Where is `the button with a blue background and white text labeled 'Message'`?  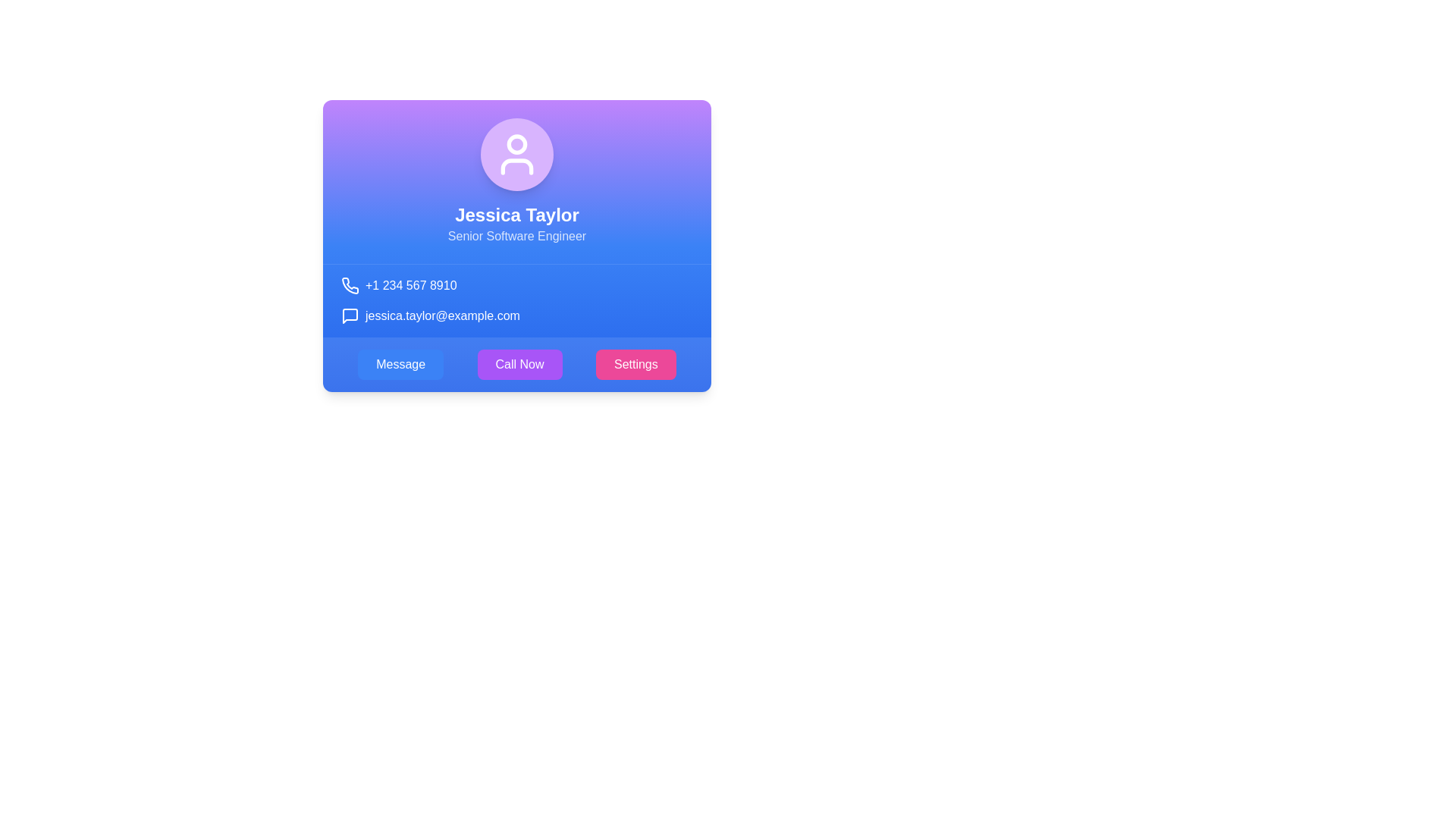 the button with a blue background and white text labeled 'Message' is located at coordinates (400, 365).